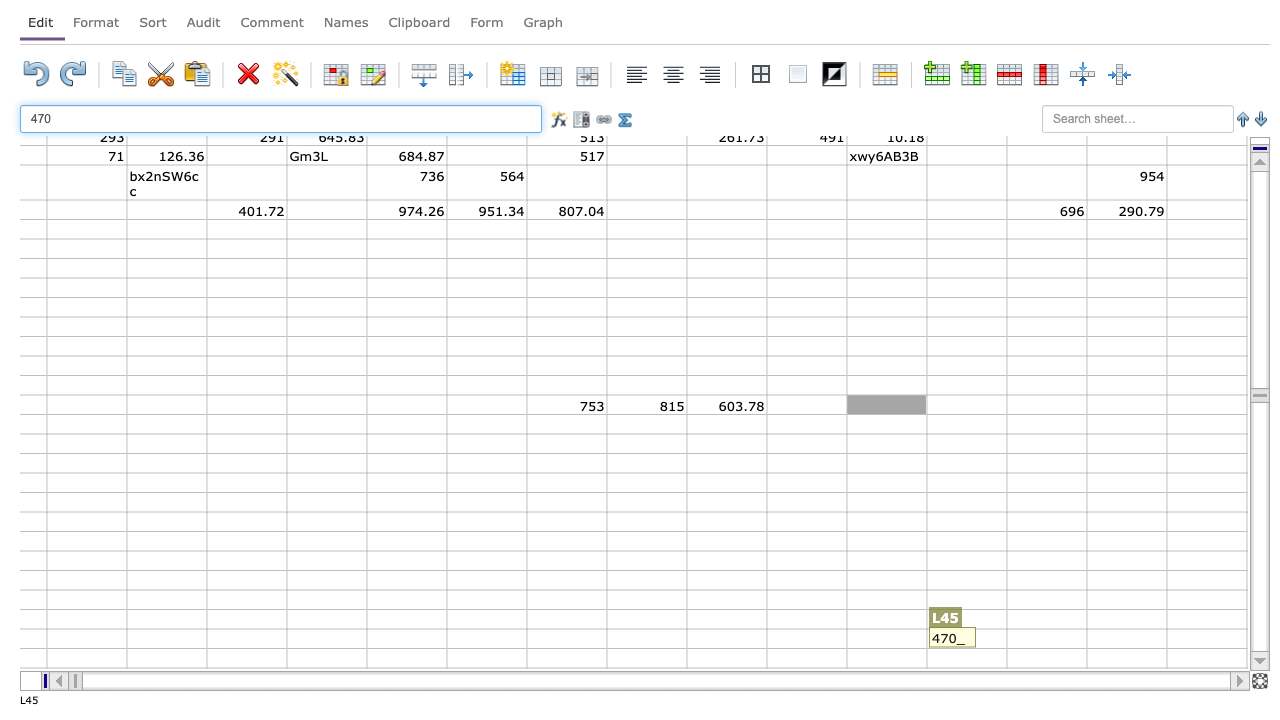  I want to click on Right edge of N-57, so click(1085, 638).